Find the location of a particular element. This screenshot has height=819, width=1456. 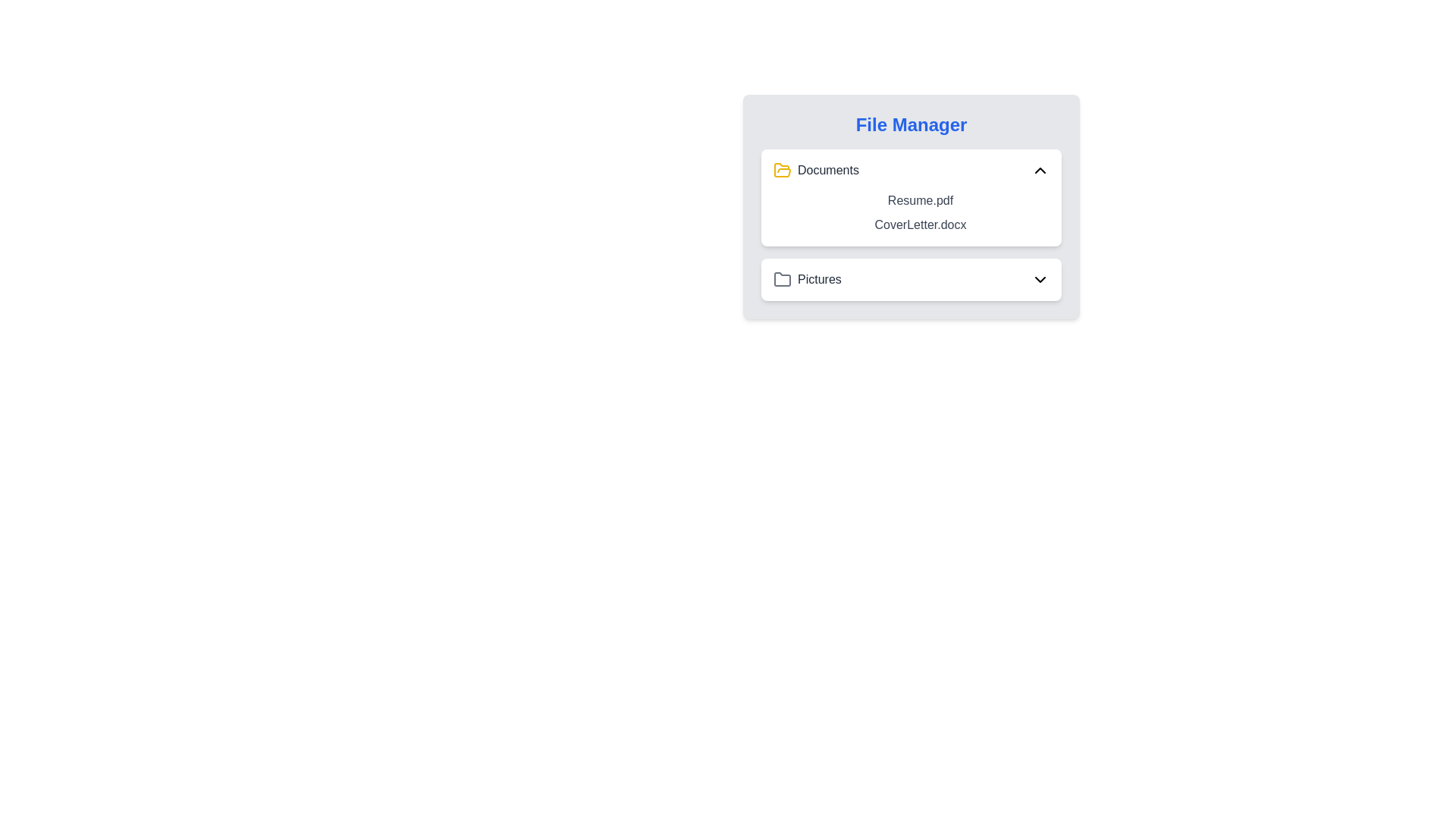

or interpret the text label indicating the folder name 'Documents', which is located to the right of the folder icon in the file manager interface is located at coordinates (827, 170).